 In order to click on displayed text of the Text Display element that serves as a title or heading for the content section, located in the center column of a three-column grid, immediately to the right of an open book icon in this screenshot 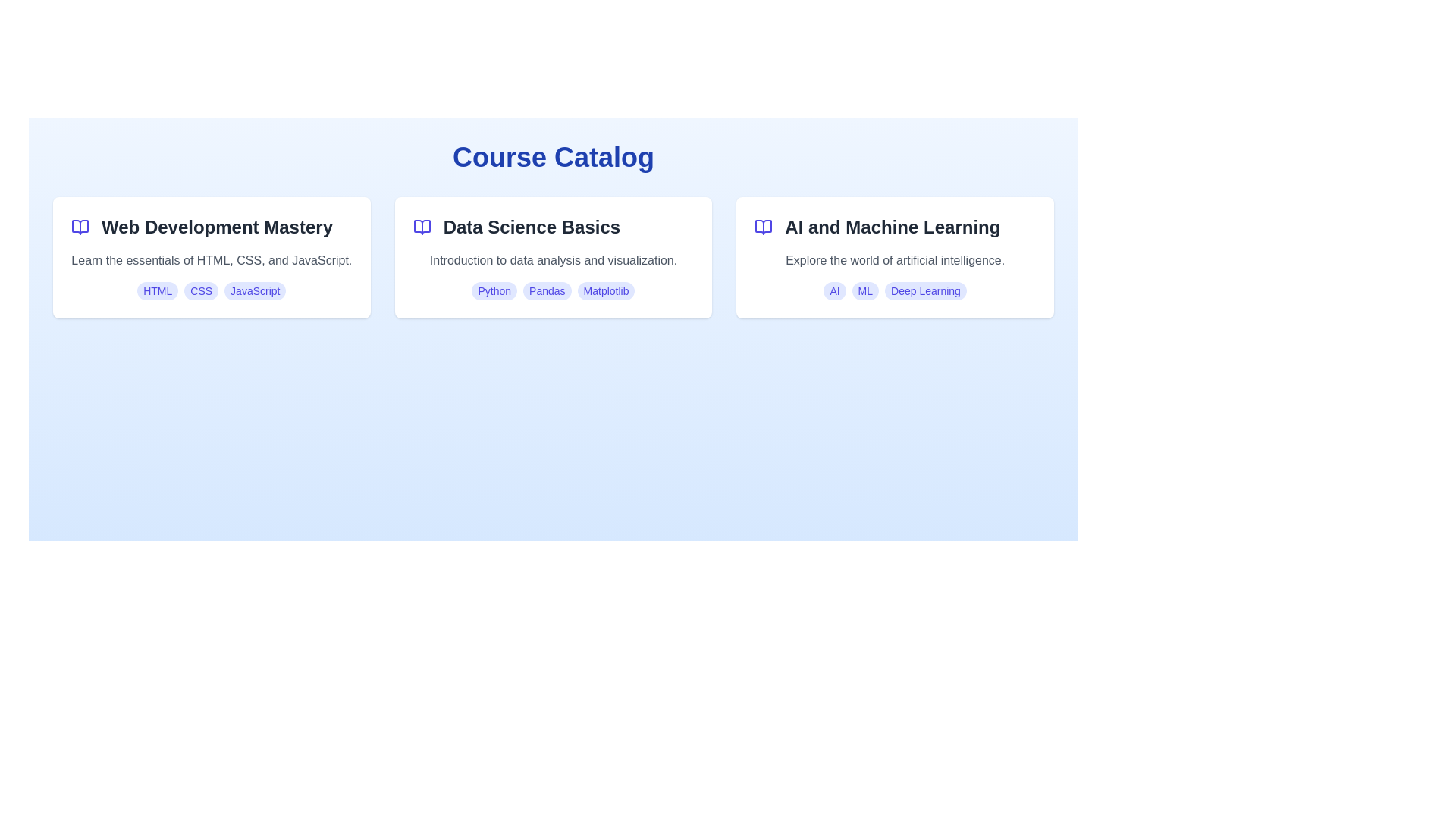, I will do `click(532, 227)`.